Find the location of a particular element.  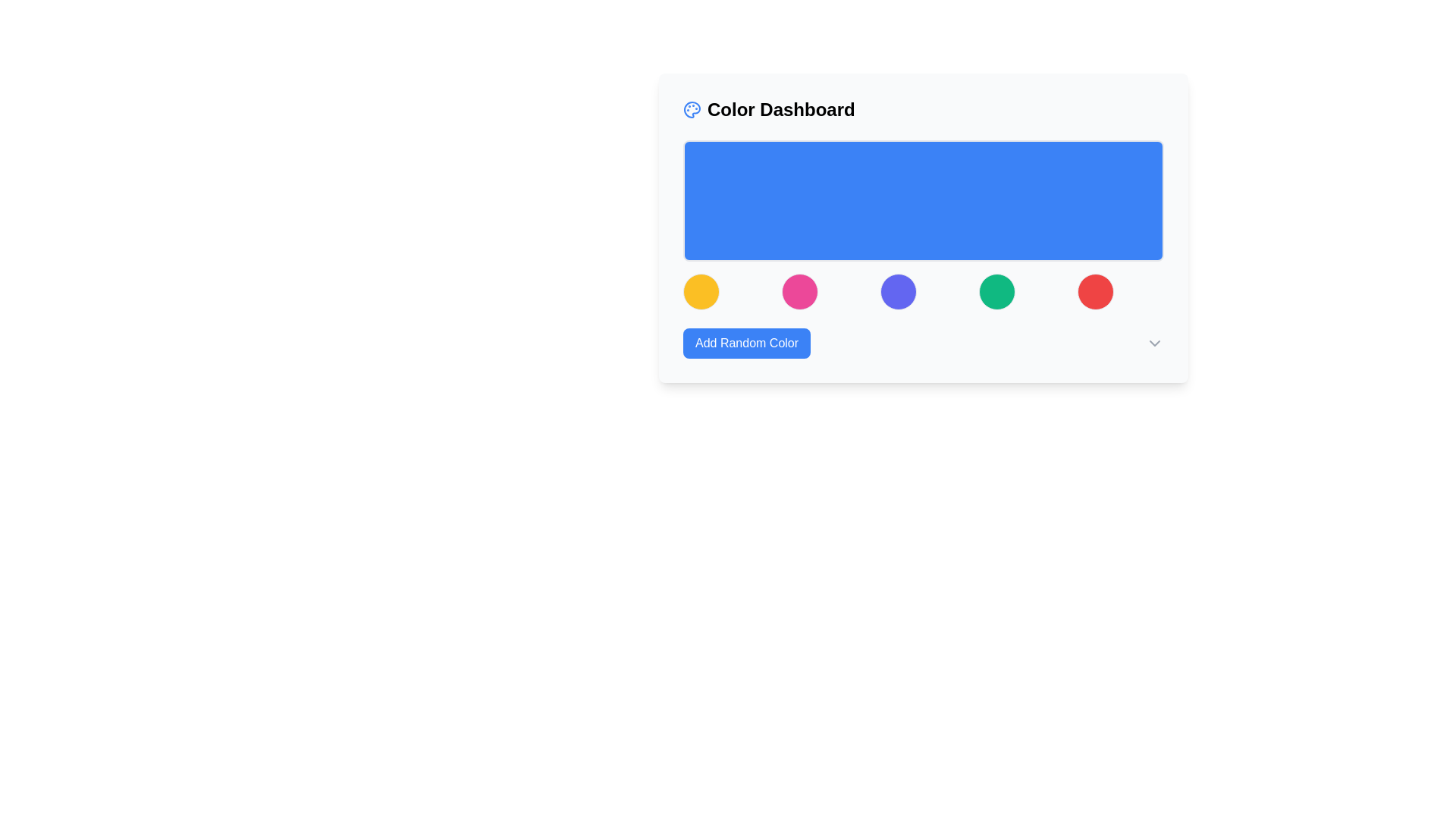

the second circle button from the left in a row of five circles, located below a larger blue rectangle is located at coordinates (799, 292).